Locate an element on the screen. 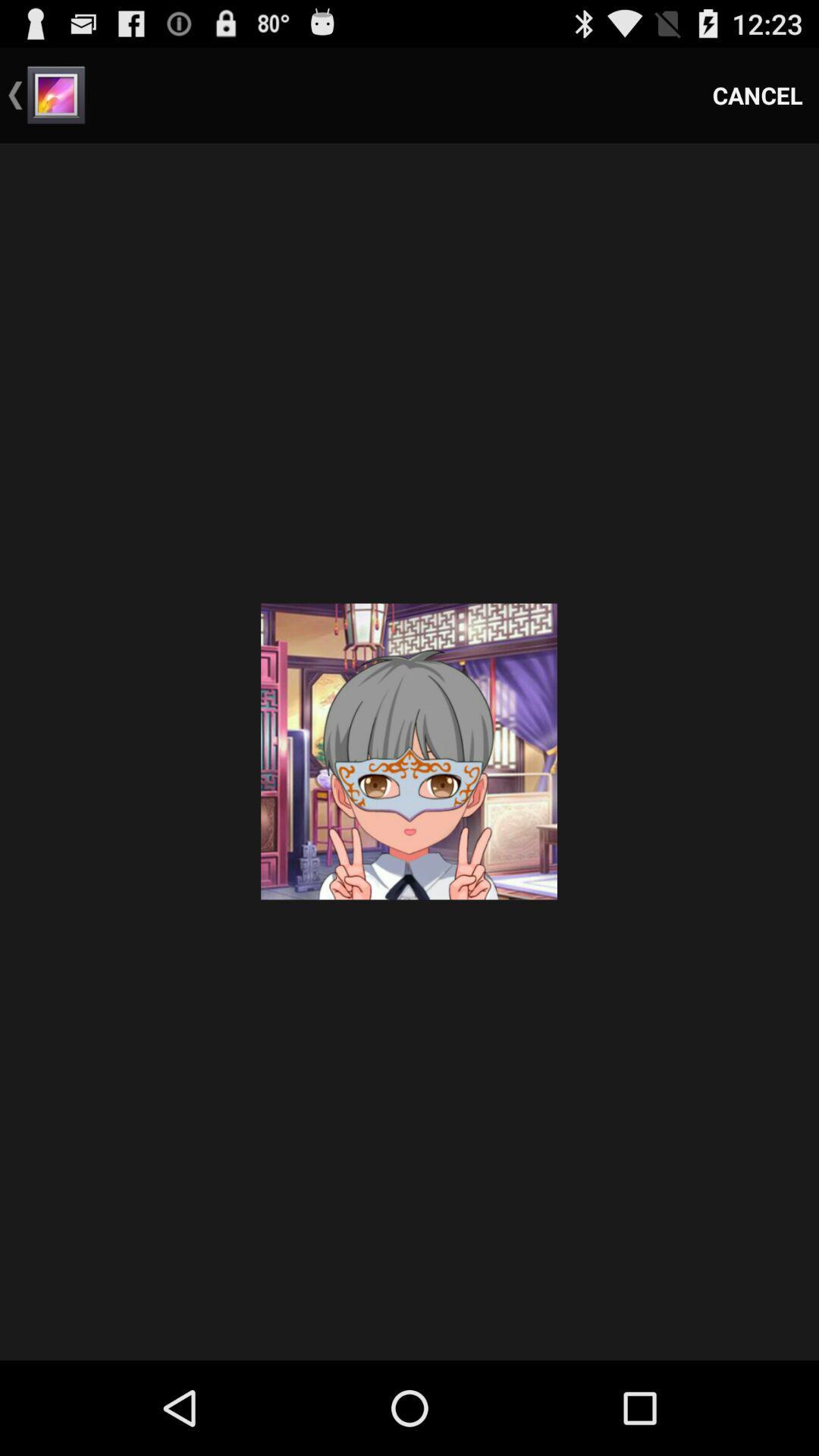  the item at the top right corner is located at coordinates (758, 94).